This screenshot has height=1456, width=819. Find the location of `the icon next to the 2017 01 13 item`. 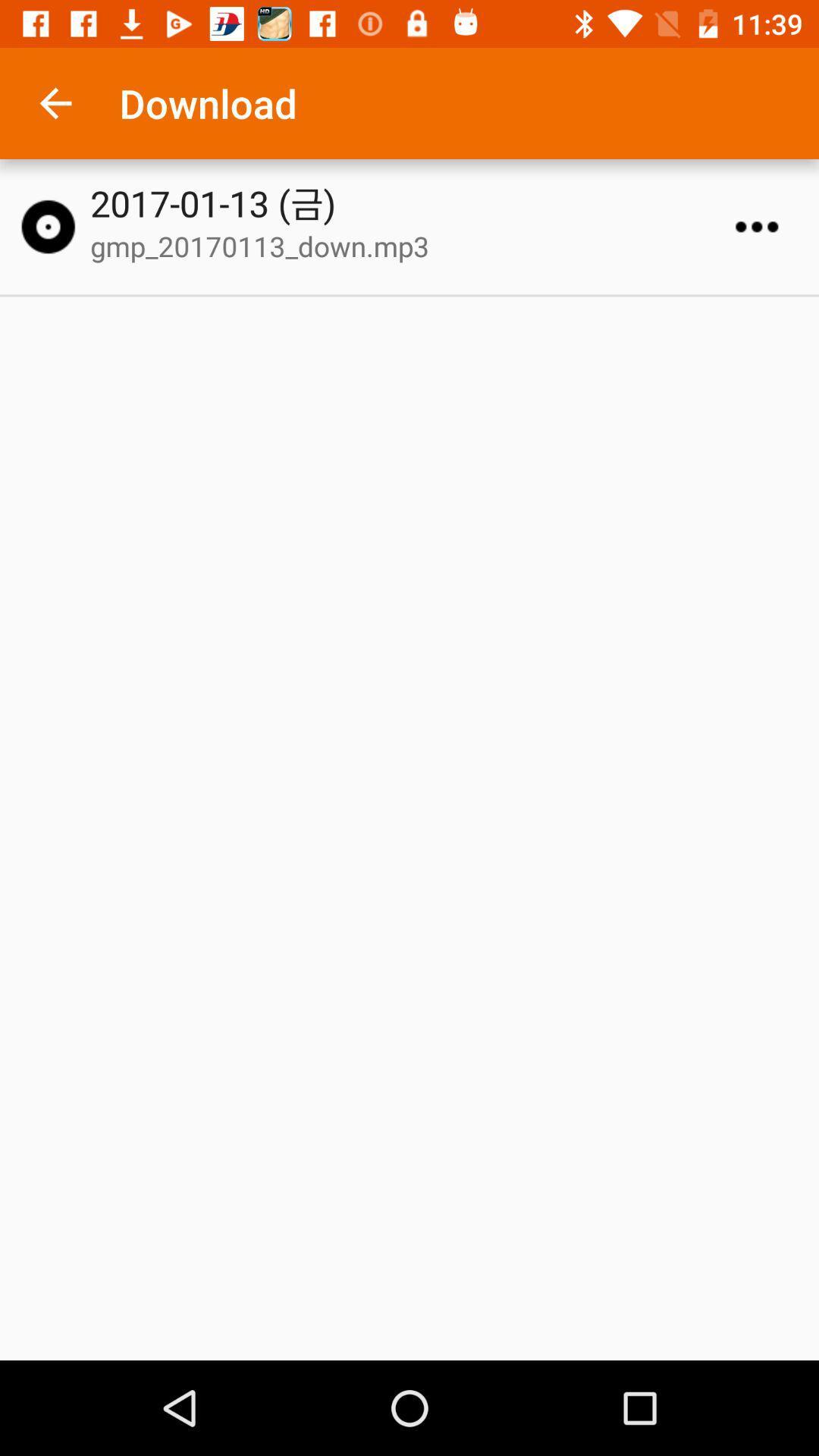

the icon next to the 2017 01 13 item is located at coordinates (47, 226).